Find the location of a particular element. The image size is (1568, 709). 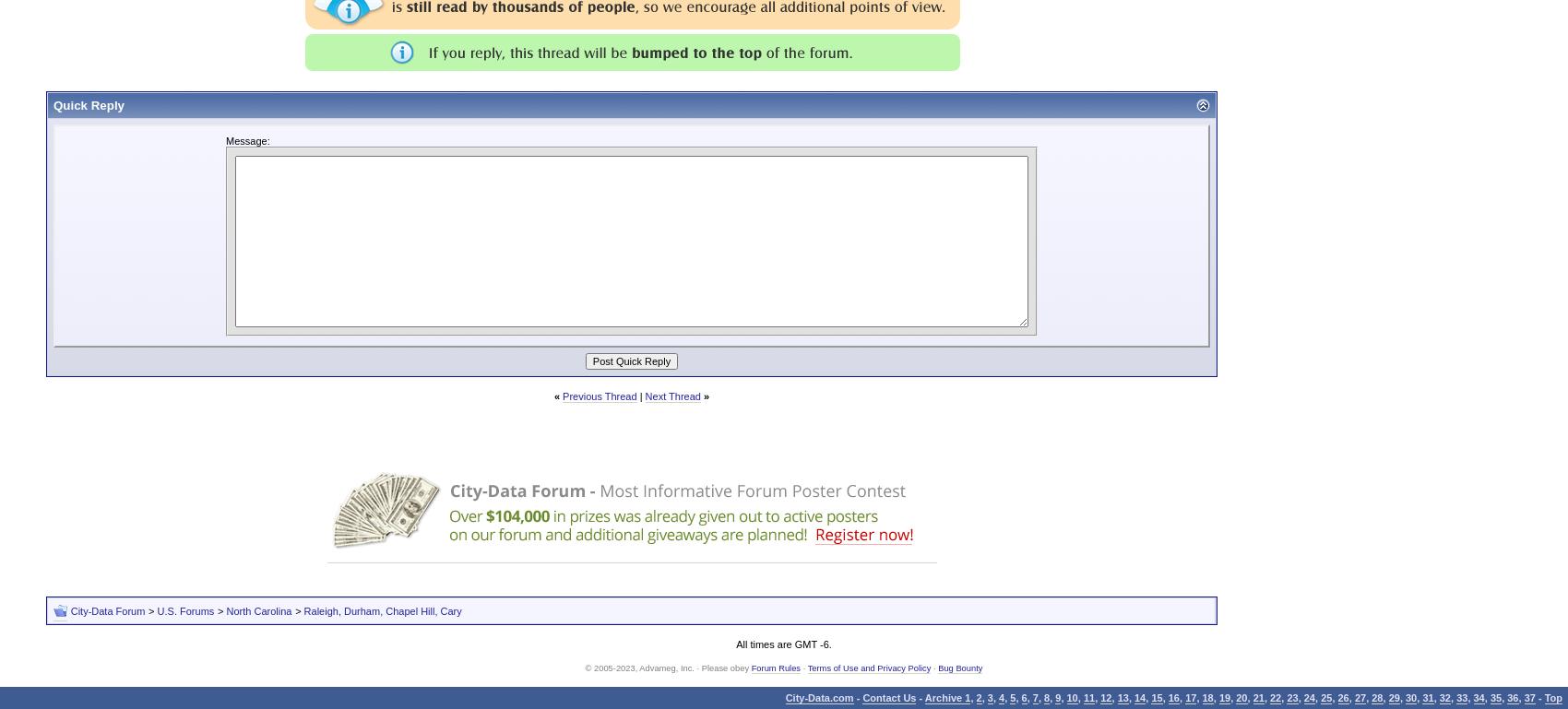

'37' is located at coordinates (1528, 697).